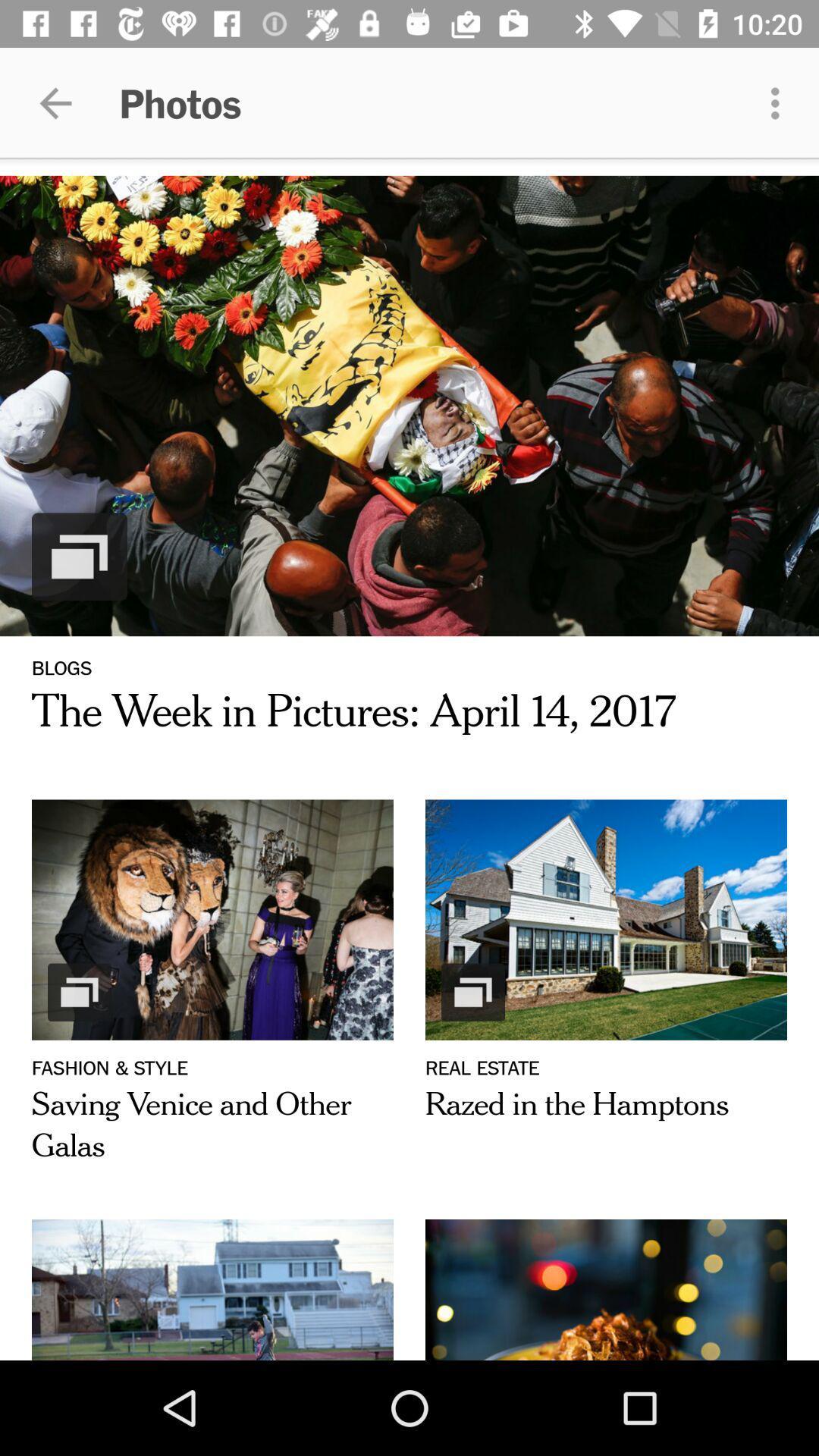 The image size is (819, 1456). Describe the element at coordinates (472, 993) in the screenshot. I see `more images symbol which is above real estate` at that location.